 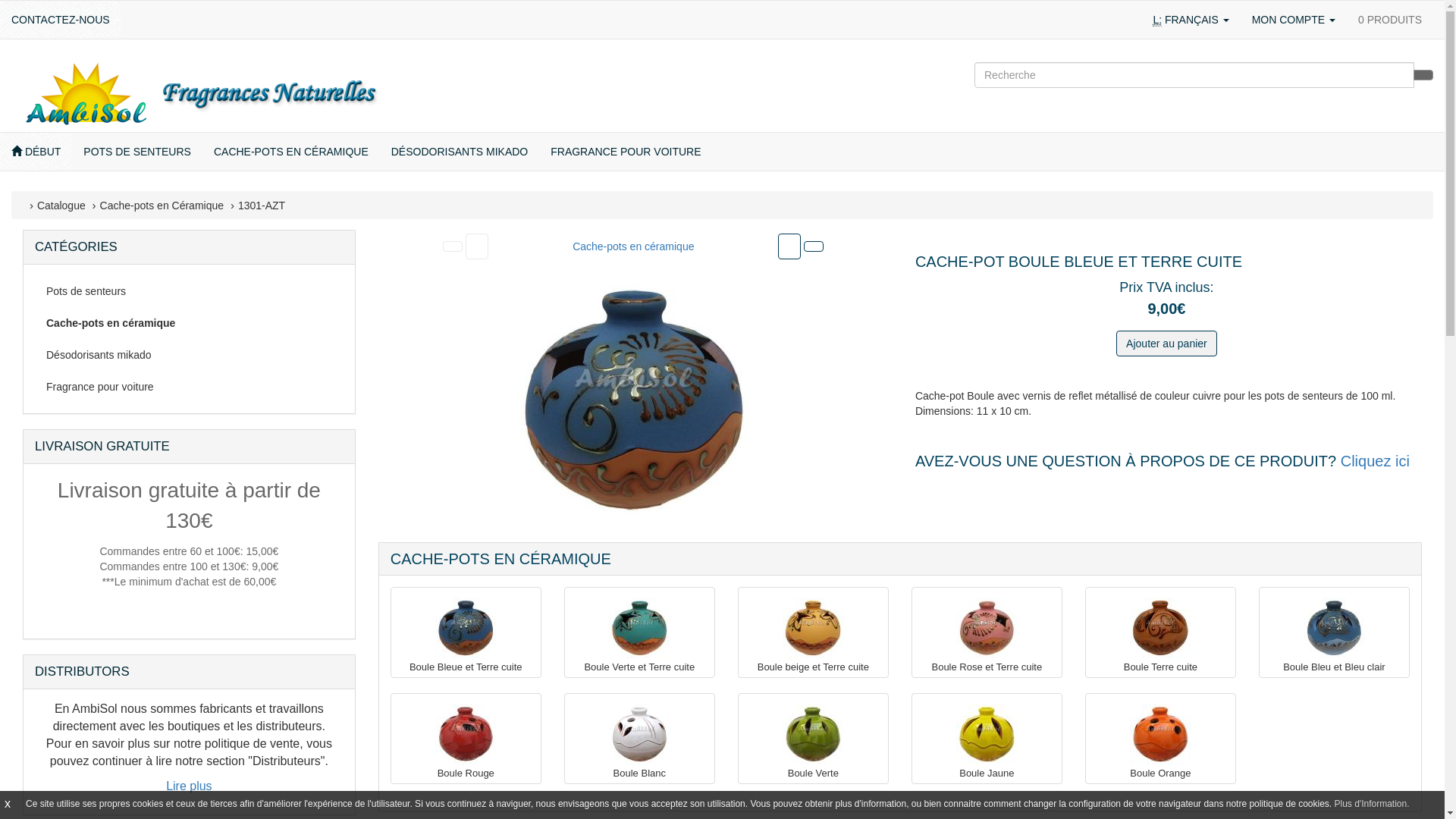 I want to click on 'Boule Verte', so click(x=812, y=773).